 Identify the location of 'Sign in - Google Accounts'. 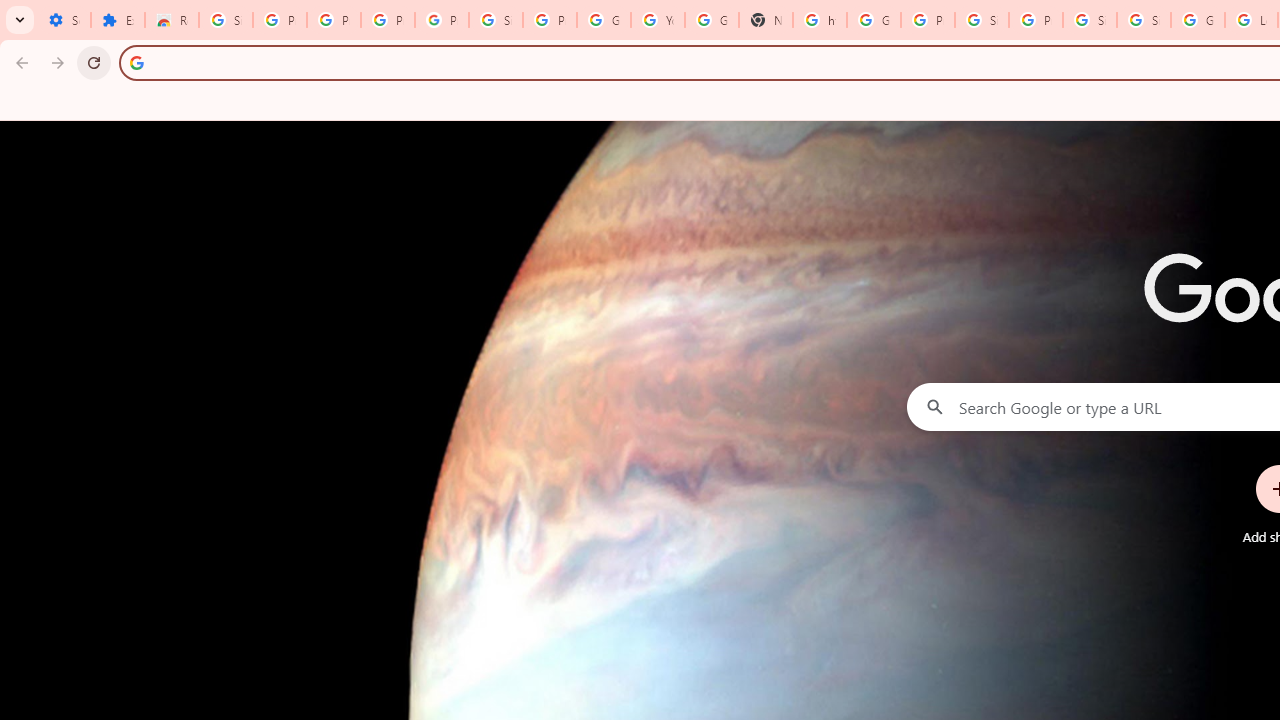
(1144, 20).